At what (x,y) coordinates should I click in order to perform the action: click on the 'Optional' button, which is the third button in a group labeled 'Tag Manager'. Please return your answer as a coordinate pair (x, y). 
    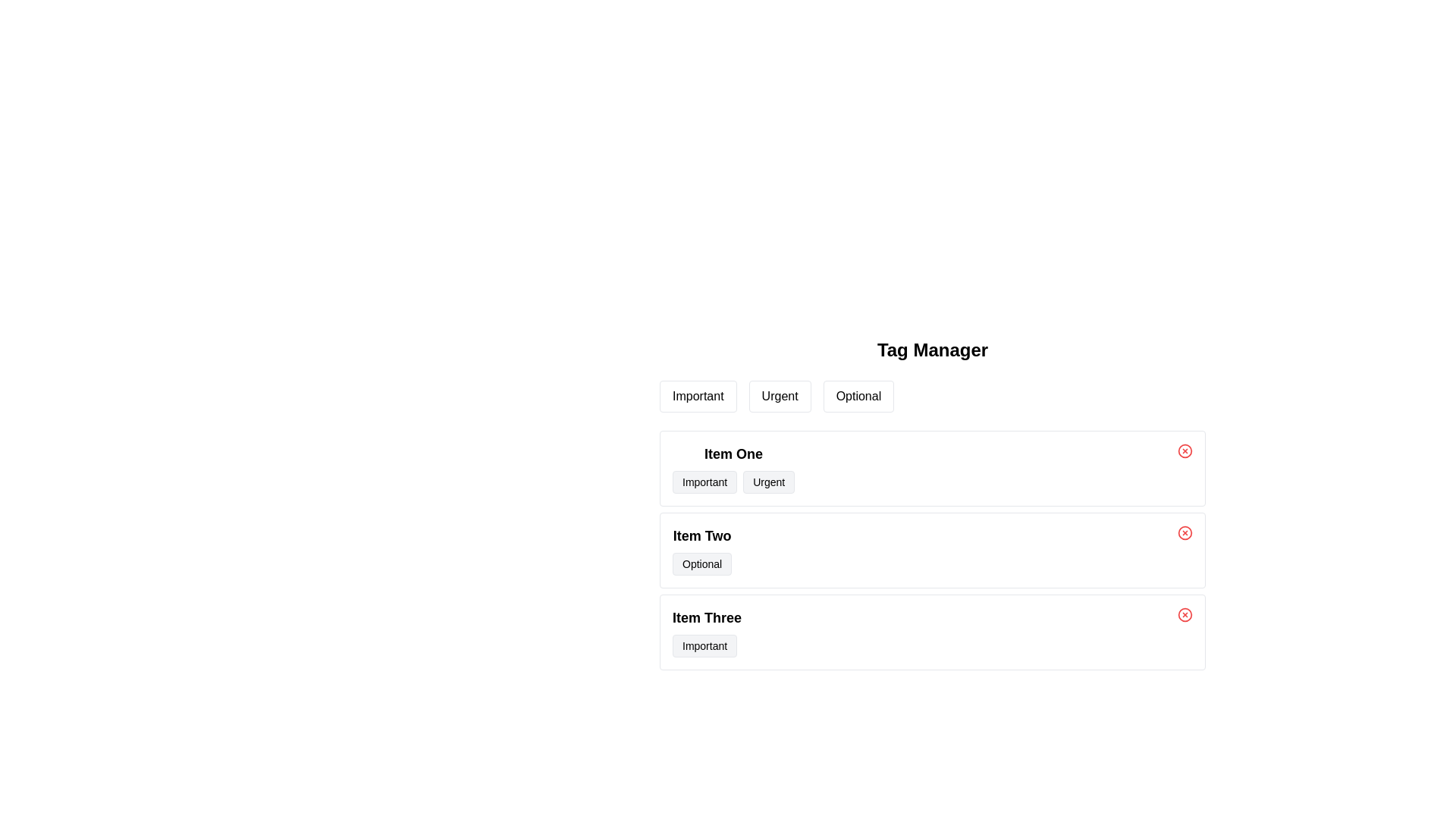
    Looking at the image, I should click on (858, 396).